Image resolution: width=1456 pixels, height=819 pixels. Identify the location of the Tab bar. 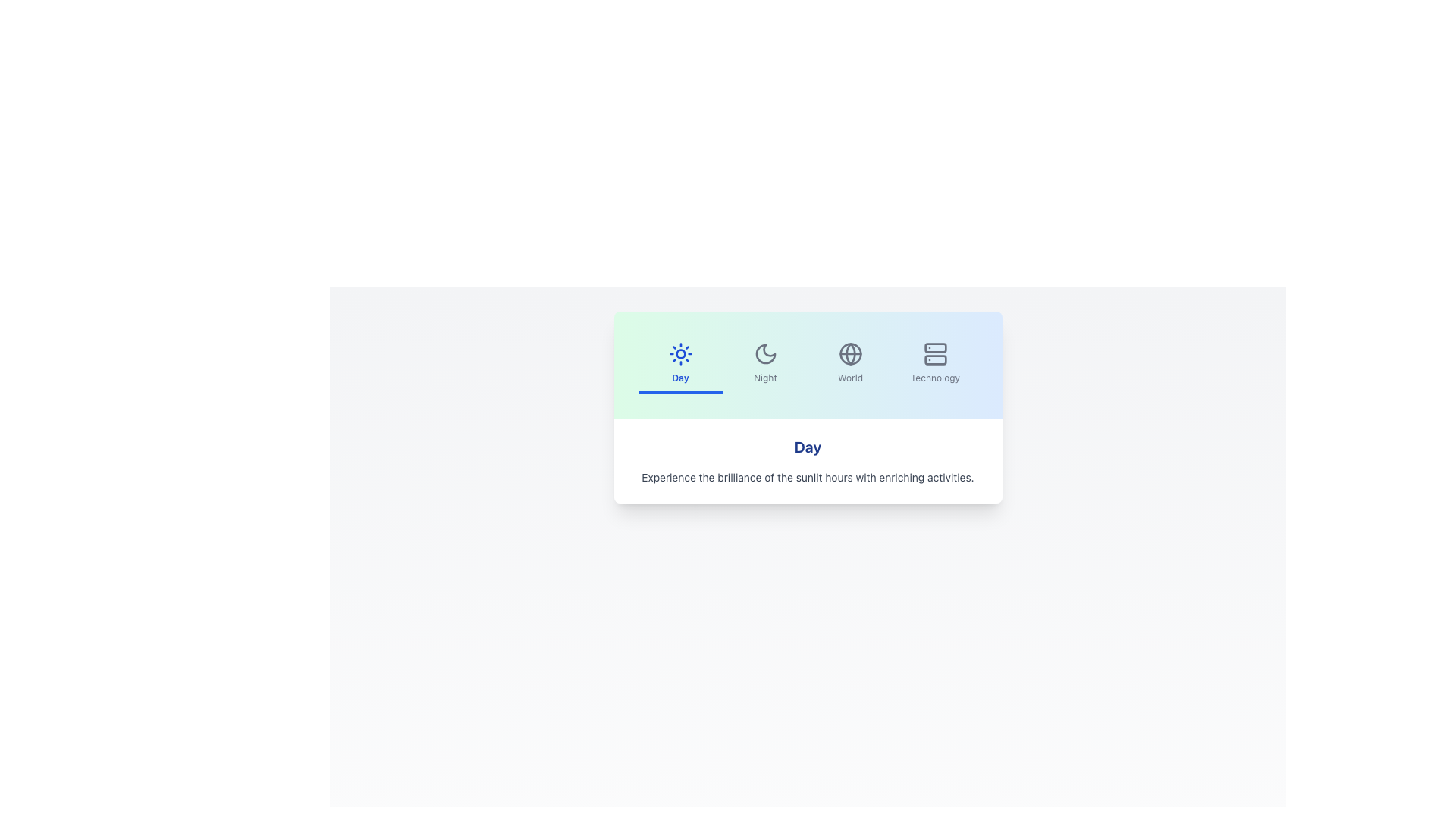
(807, 365).